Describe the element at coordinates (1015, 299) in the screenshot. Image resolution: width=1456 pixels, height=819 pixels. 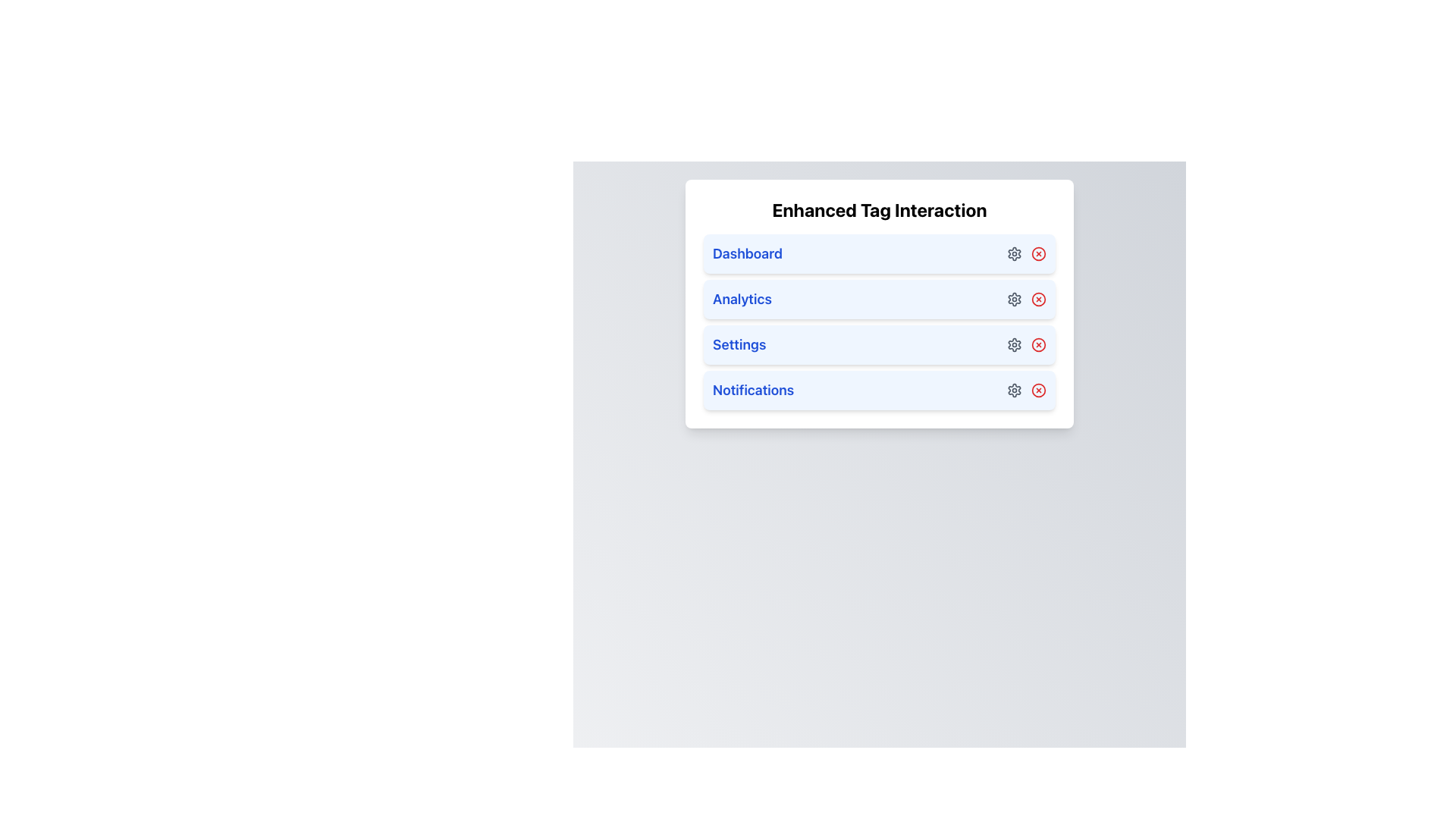
I see `the gear icon located beside the 'Analytics' text in the second row` at that location.